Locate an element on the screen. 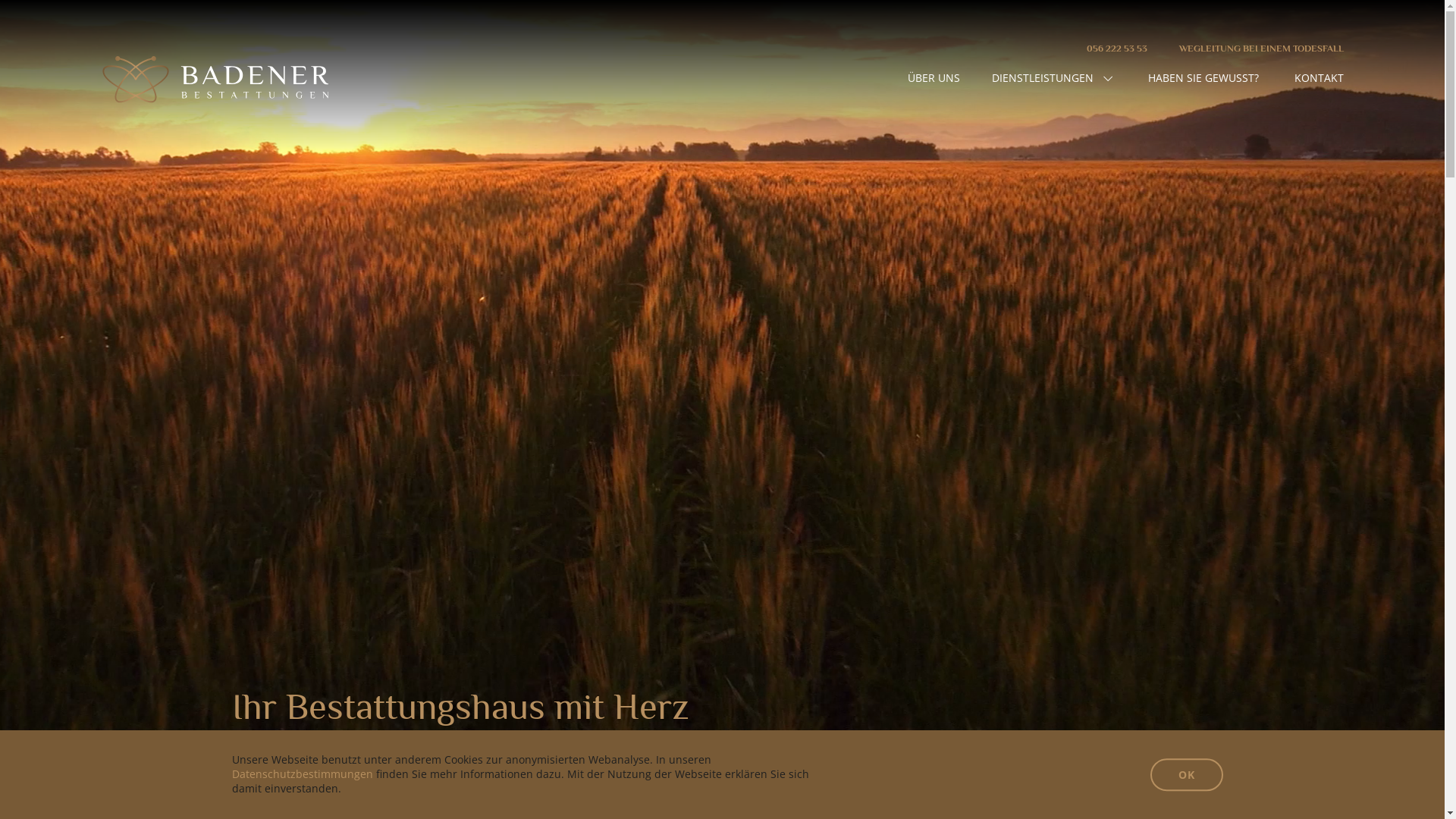 The width and height of the screenshot is (1456, 819). 'KONTAKT' is located at coordinates (1294, 78).